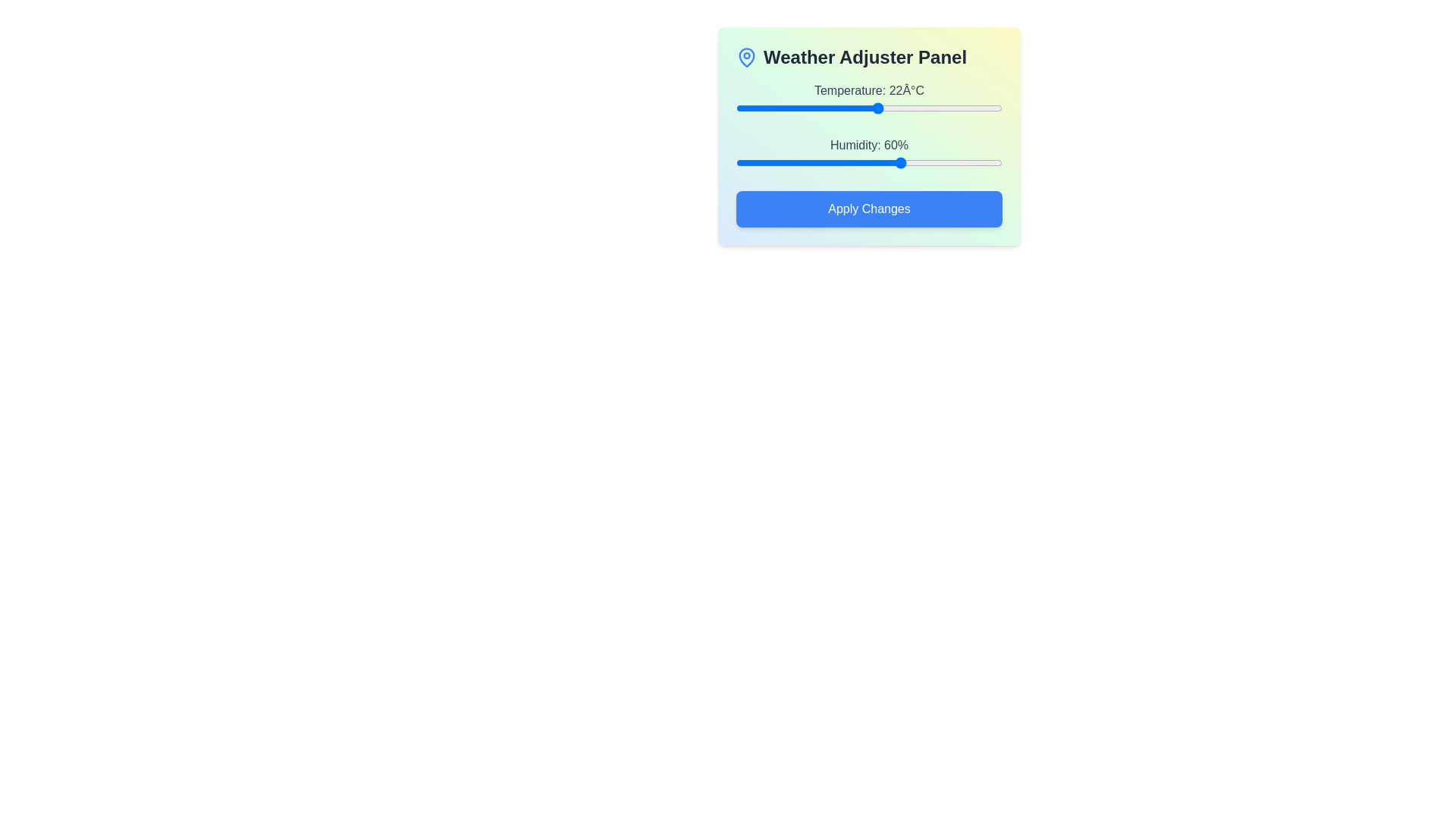  What do you see at coordinates (815, 163) in the screenshot?
I see `the humidity slider to 34%` at bounding box center [815, 163].